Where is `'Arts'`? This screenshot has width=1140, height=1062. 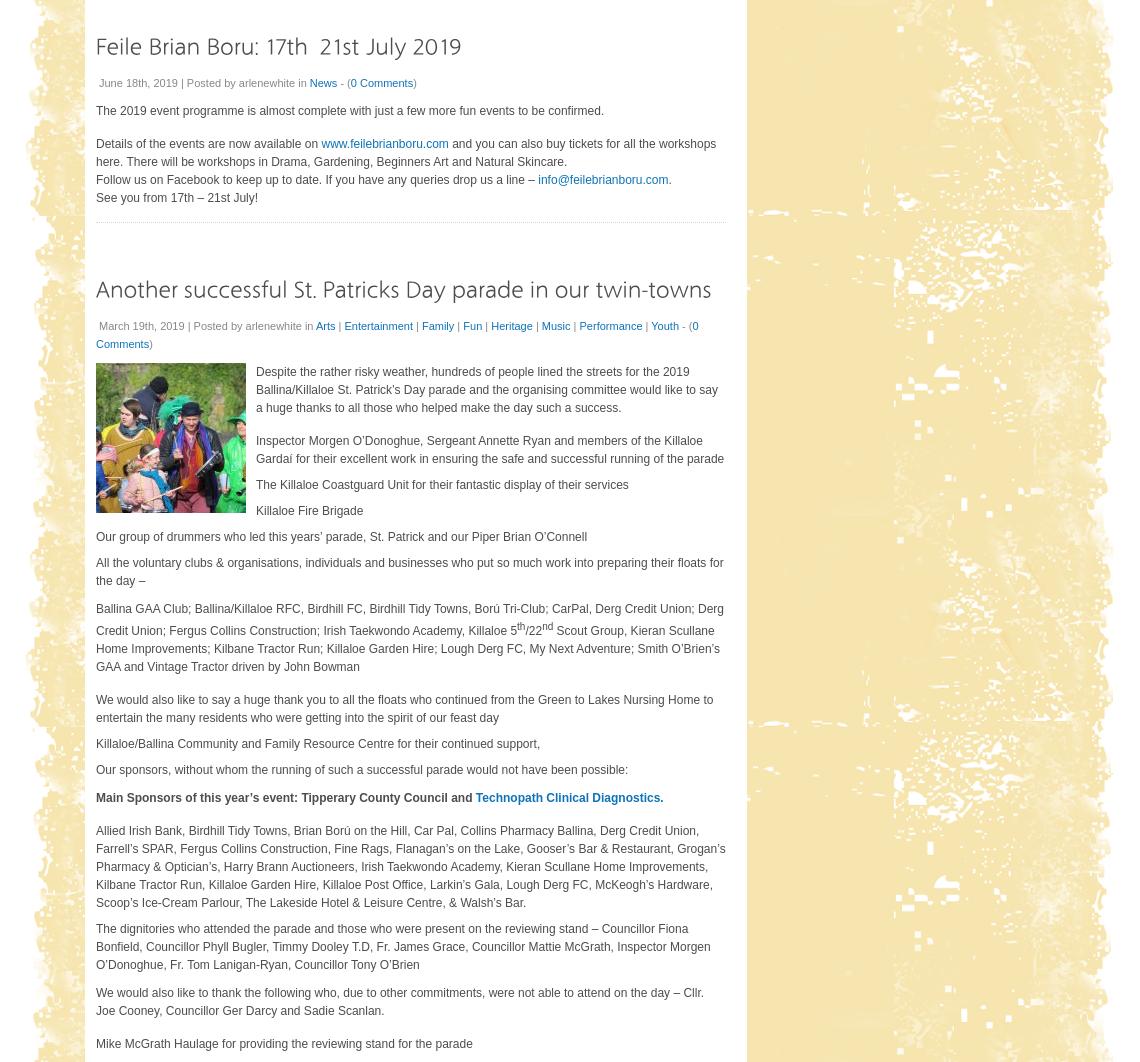 'Arts' is located at coordinates (325, 323).